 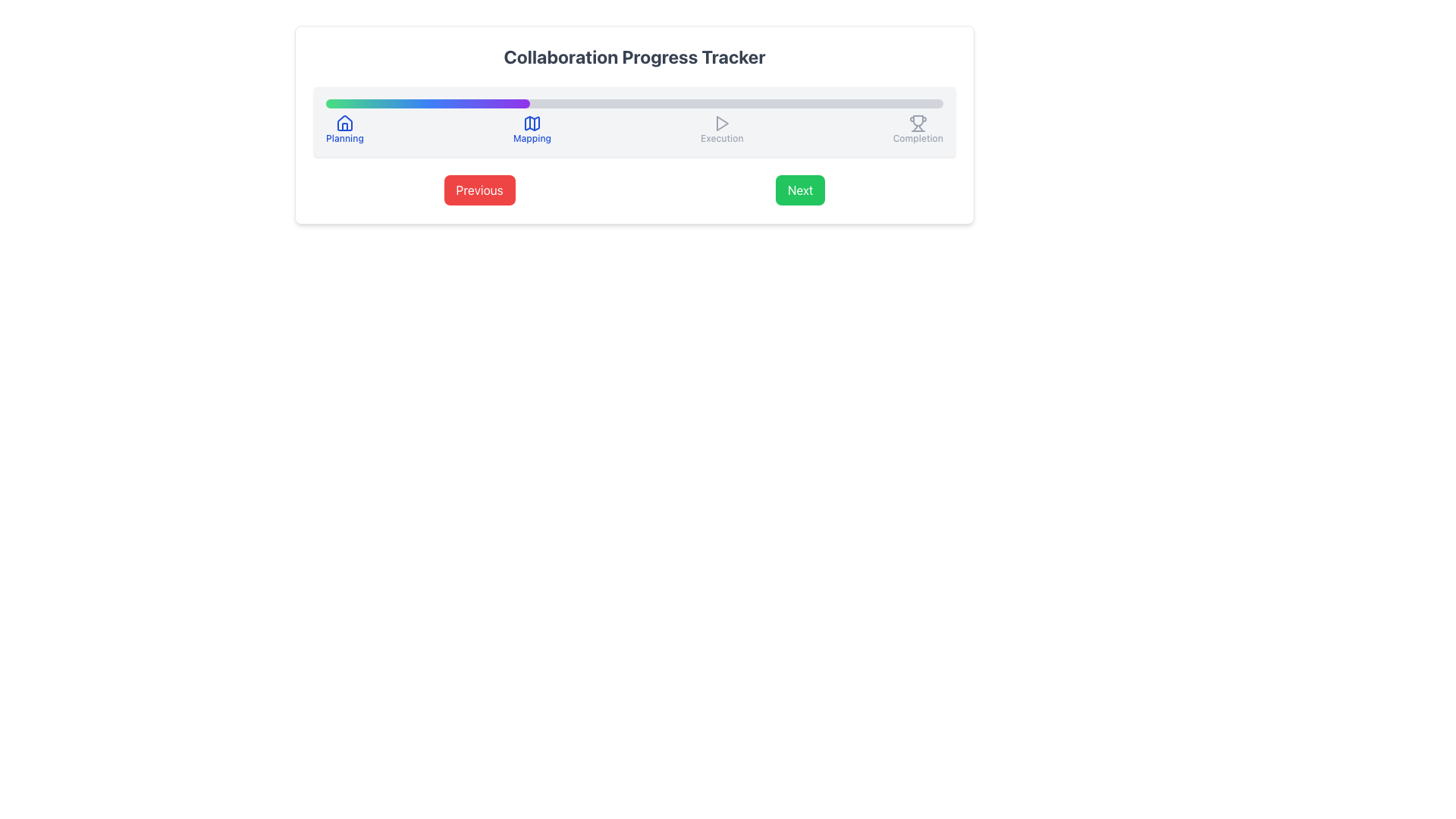 What do you see at coordinates (634, 55) in the screenshot?
I see `the header text display element that provides a descriptive title for the content and functionality of the surrounding interface, positioned at the upper center of the layout` at bounding box center [634, 55].